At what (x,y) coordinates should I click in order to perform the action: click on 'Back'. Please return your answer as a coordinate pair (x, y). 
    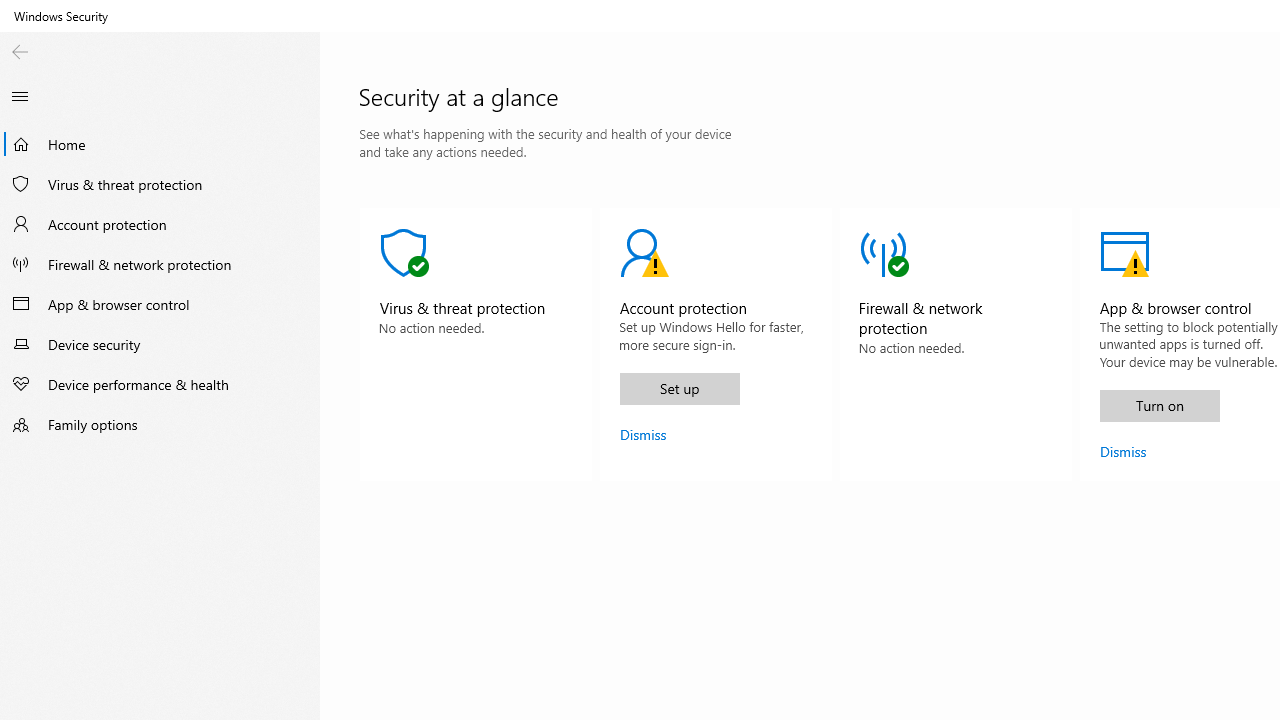
    Looking at the image, I should click on (19, 50).